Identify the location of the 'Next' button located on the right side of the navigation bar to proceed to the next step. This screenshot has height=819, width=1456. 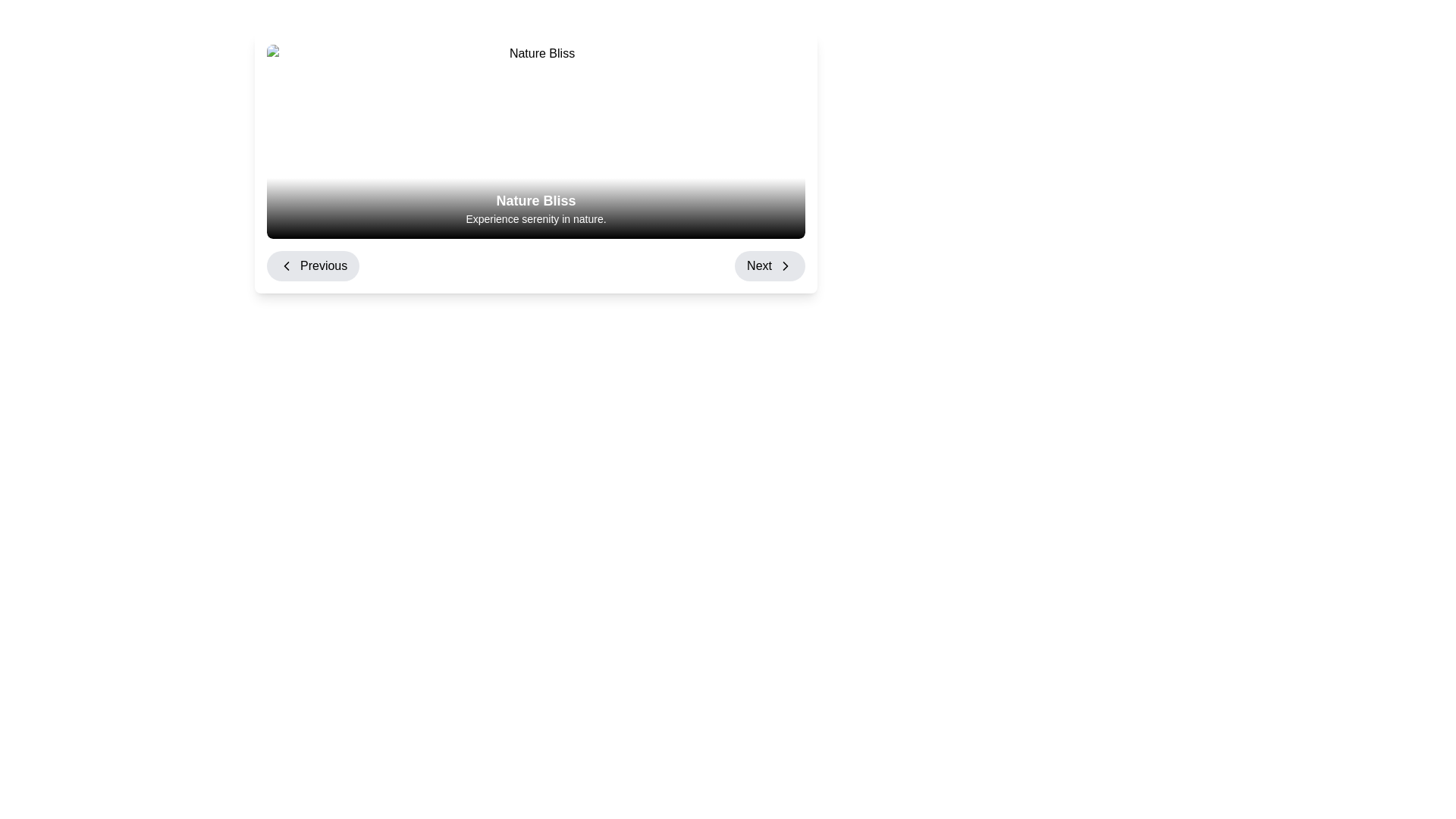
(759, 265).